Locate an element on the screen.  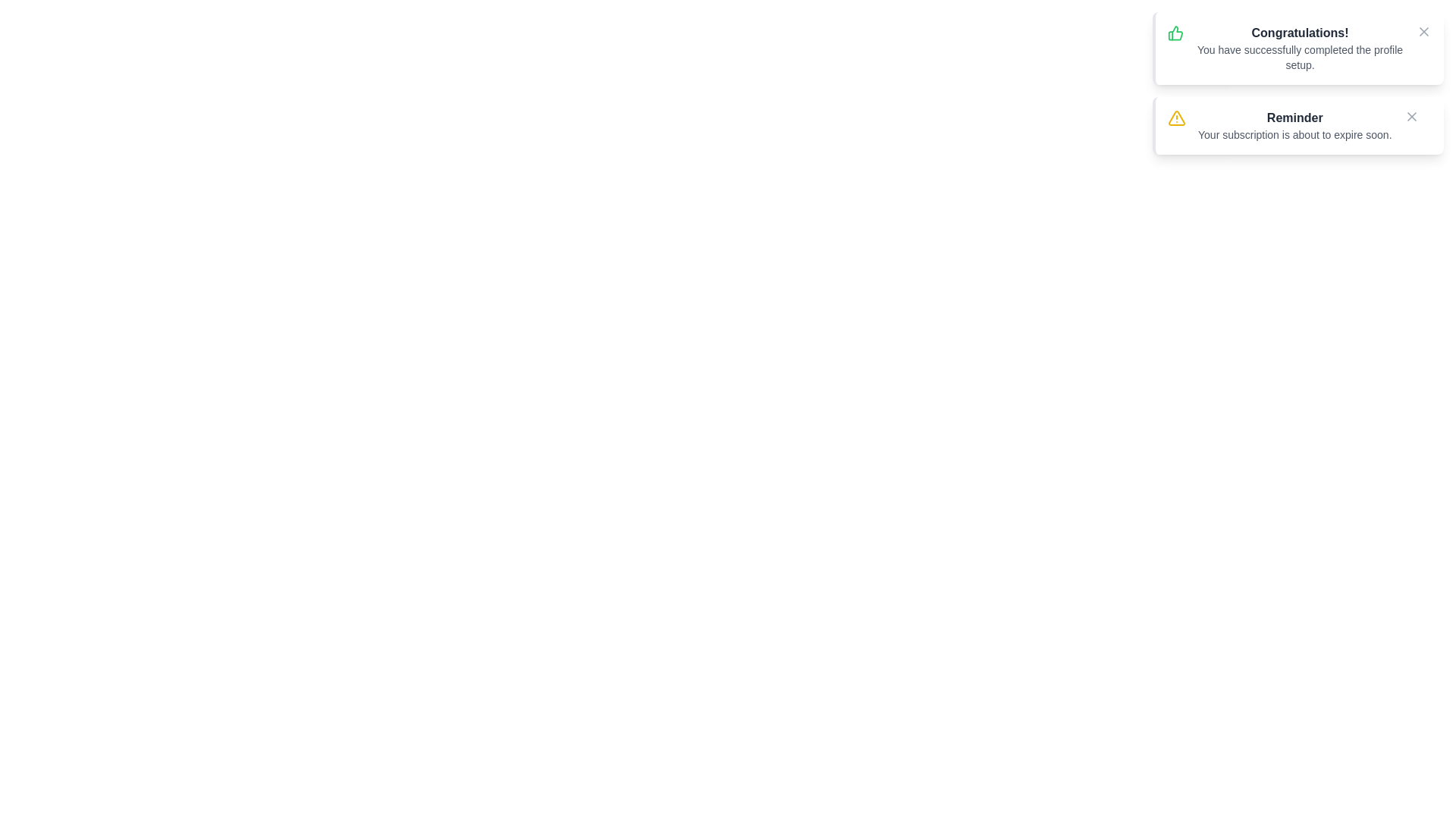
the notification with title 'Reminder' is located at coordinates (1298, 124).